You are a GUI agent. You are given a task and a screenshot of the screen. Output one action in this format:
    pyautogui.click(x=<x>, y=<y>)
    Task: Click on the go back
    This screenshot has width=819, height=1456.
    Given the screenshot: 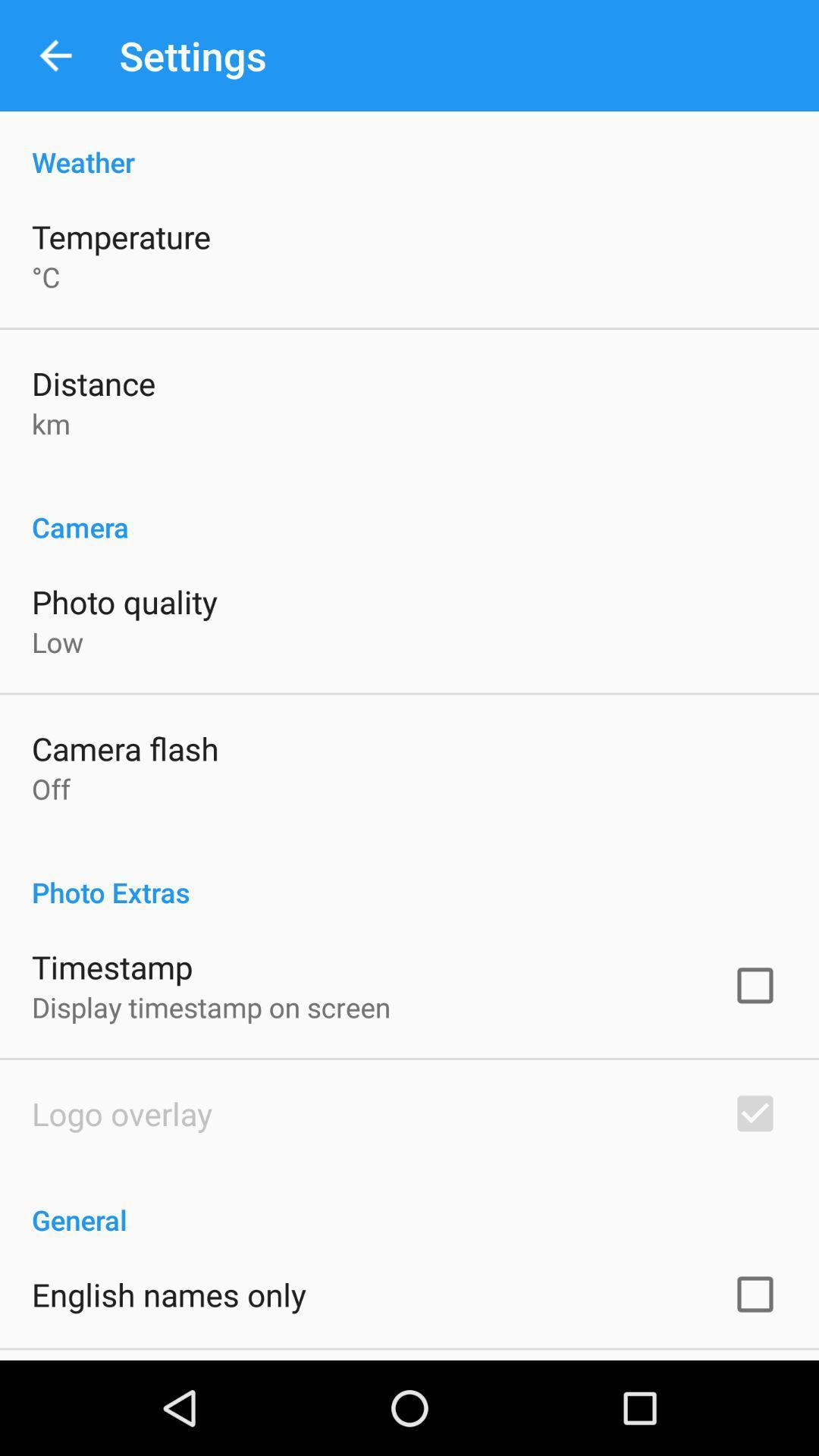 What is the action you would take?
    pyautogui.click(x=55, y=55)
    